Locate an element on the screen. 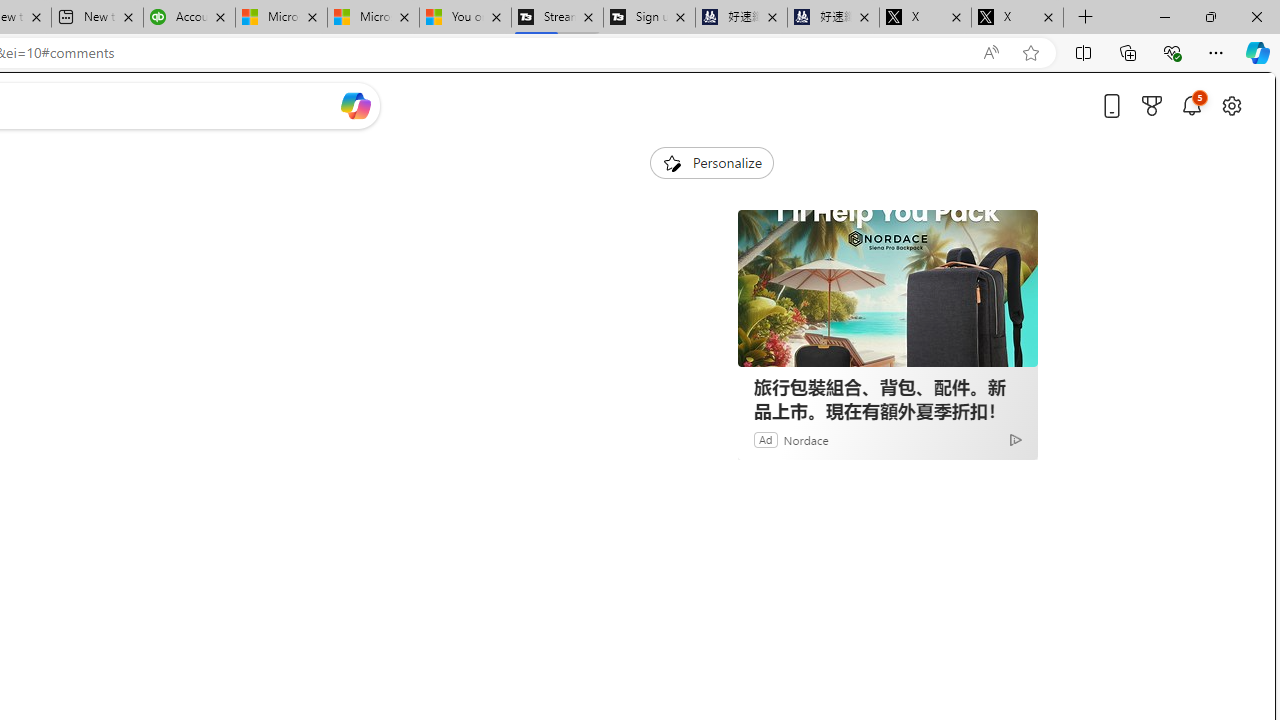 This screenshot has height=720, width=1280. 'To get missing image descriptions, open the context menu.' is located at coordinates (671, 161).